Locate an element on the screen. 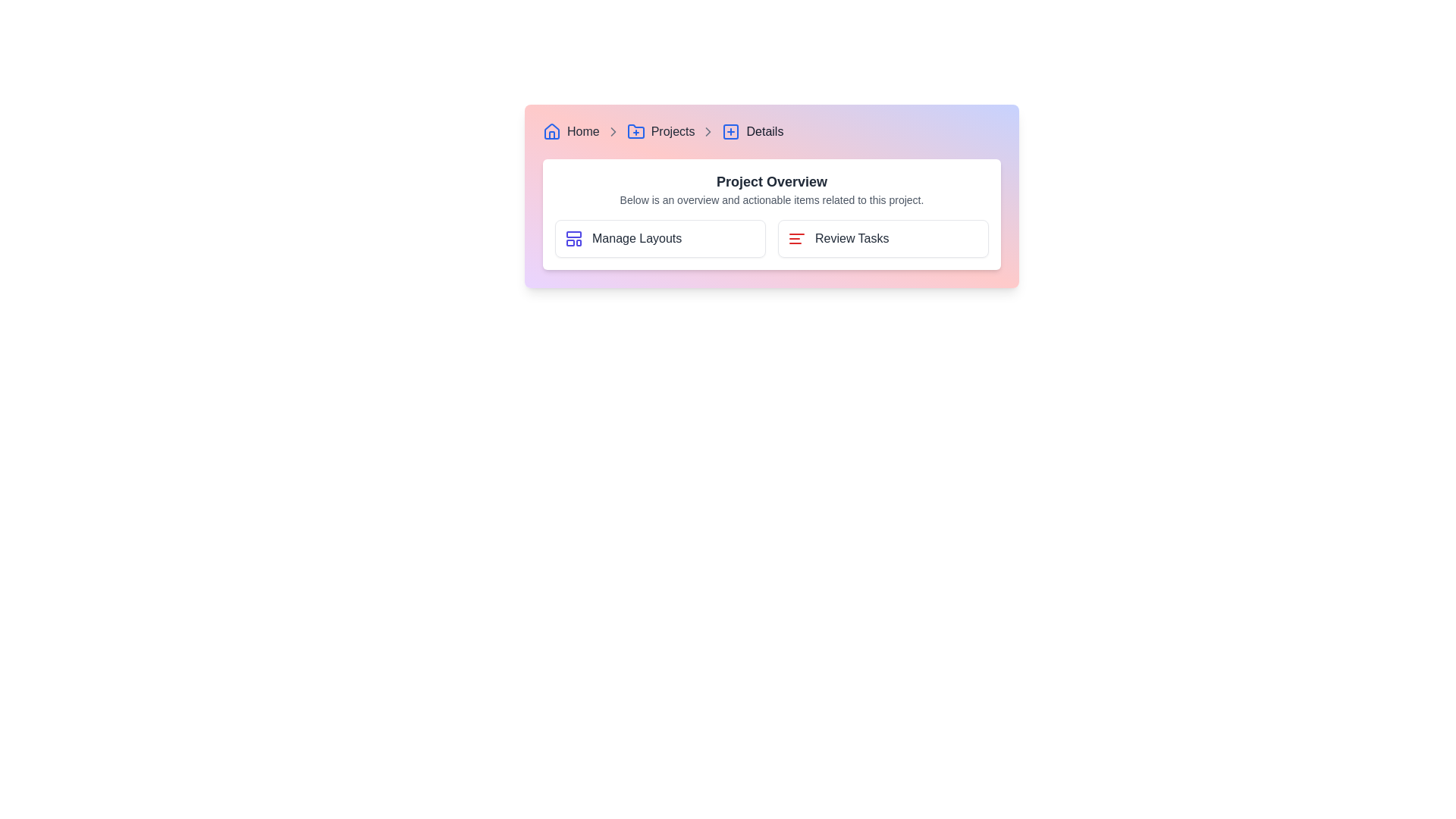  the right-pointing chevron icon in the breadcrumb navigation, located between the 'Projects' and 'Details' labels is located at coordinates (708, 130).